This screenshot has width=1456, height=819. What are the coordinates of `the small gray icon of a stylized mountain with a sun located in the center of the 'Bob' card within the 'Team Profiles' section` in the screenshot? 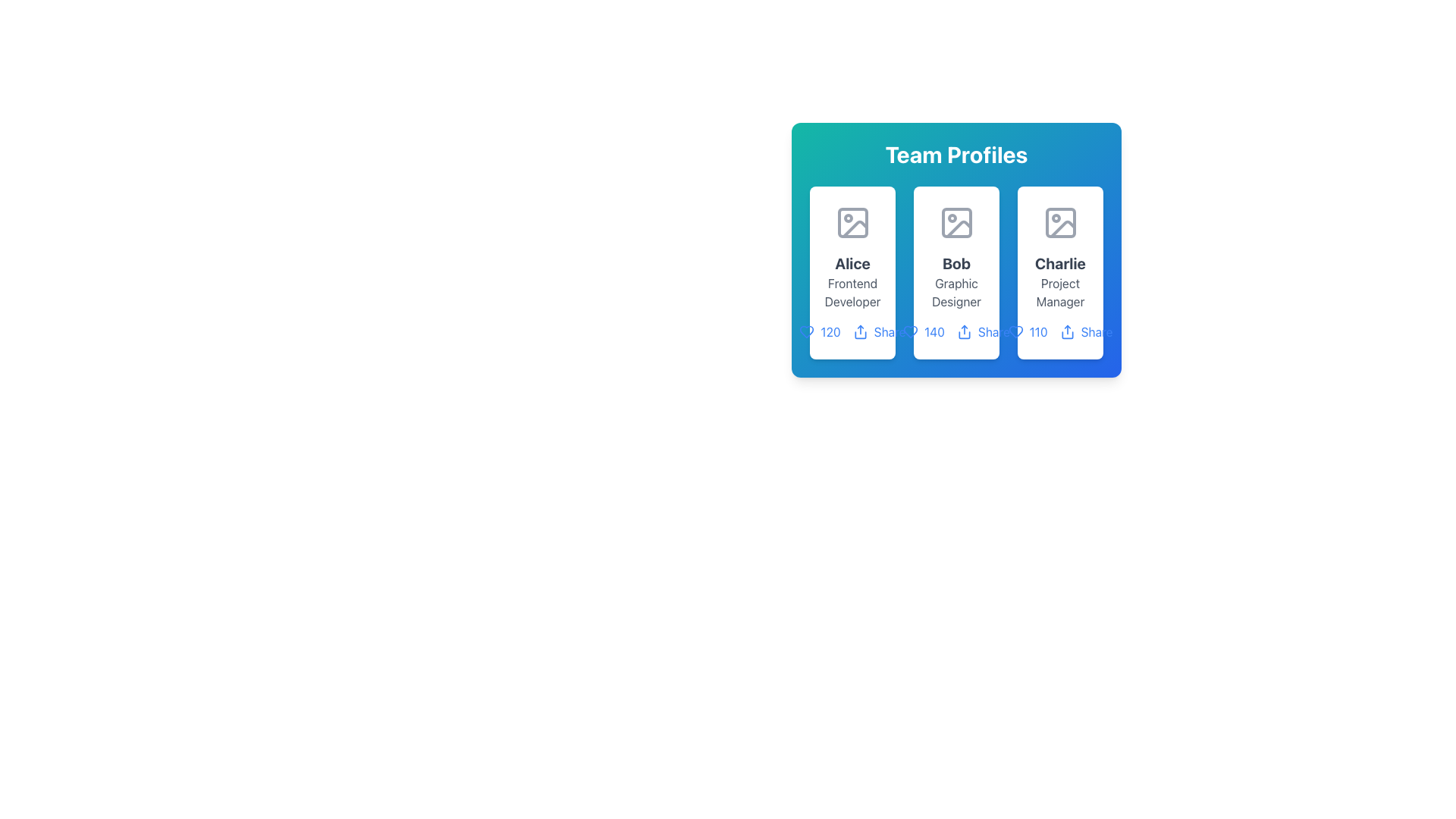 It's located at (958, 229).